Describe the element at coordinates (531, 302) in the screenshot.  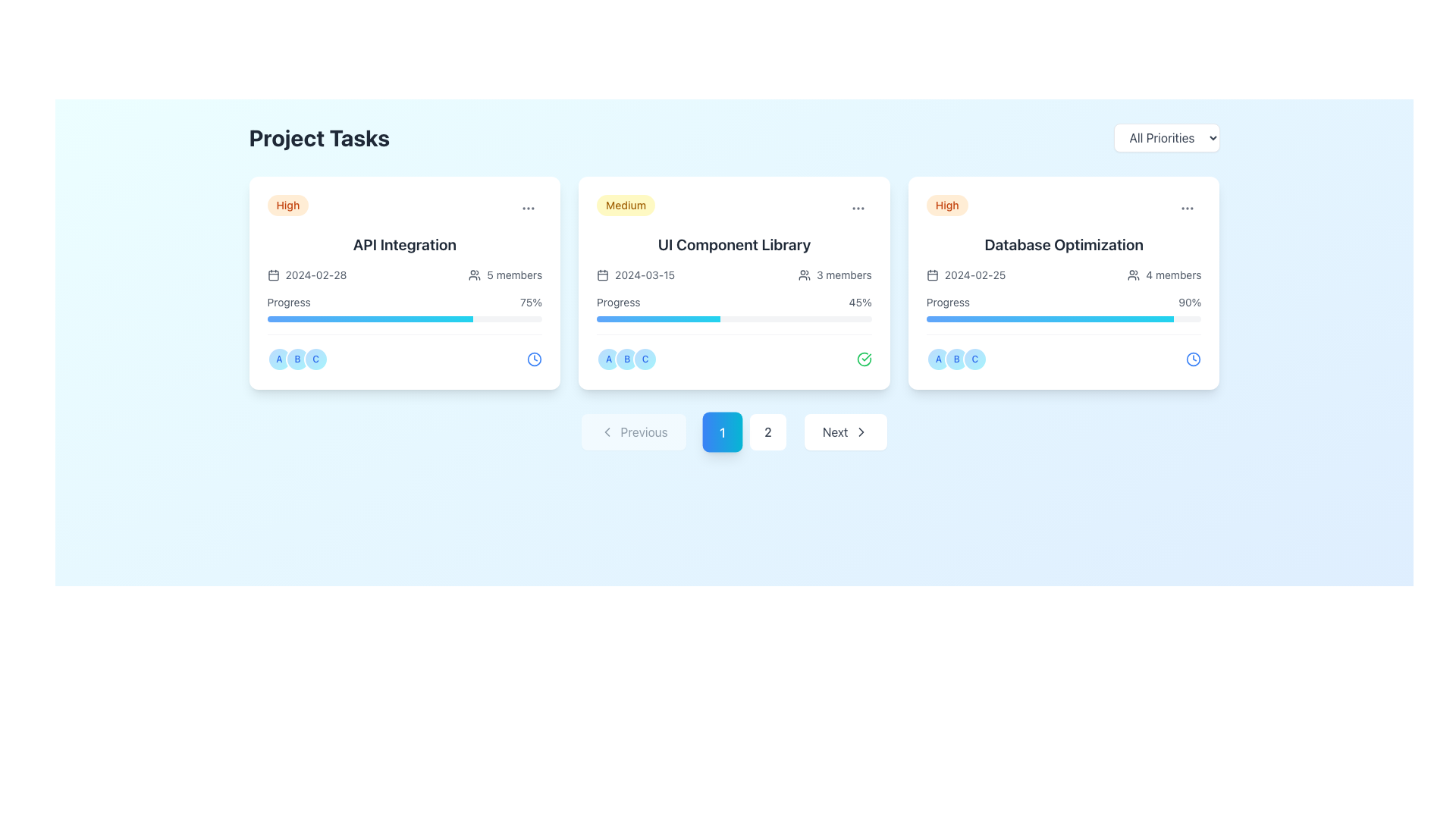
I see `textual component displaying '75%' located within the 'API Integration' card in the 'Project Tasks' interface, positioned to the right of the 'Progress' label` at that location.